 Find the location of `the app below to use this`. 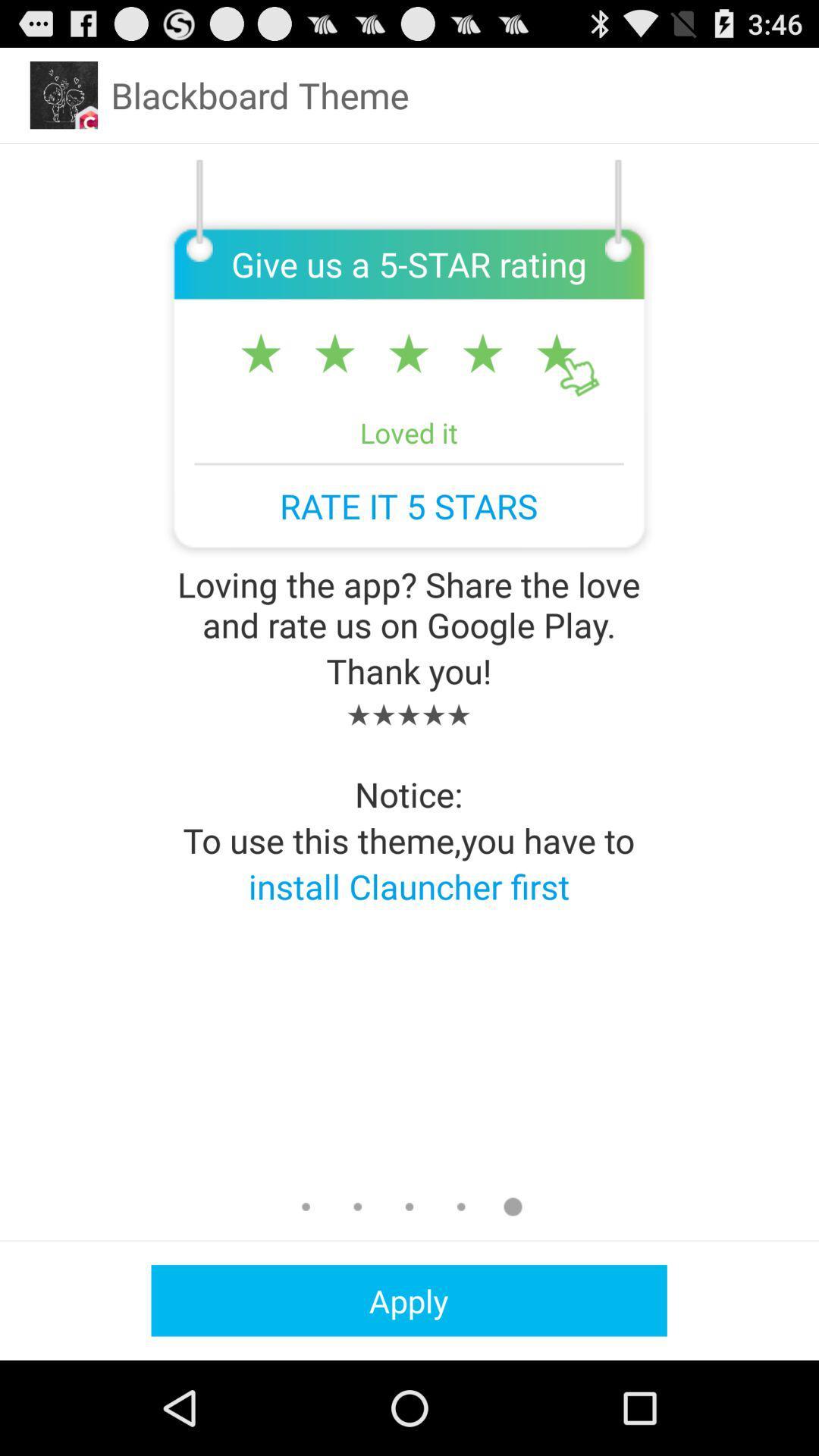

the app below to use this is located at coordinates (408, 886).